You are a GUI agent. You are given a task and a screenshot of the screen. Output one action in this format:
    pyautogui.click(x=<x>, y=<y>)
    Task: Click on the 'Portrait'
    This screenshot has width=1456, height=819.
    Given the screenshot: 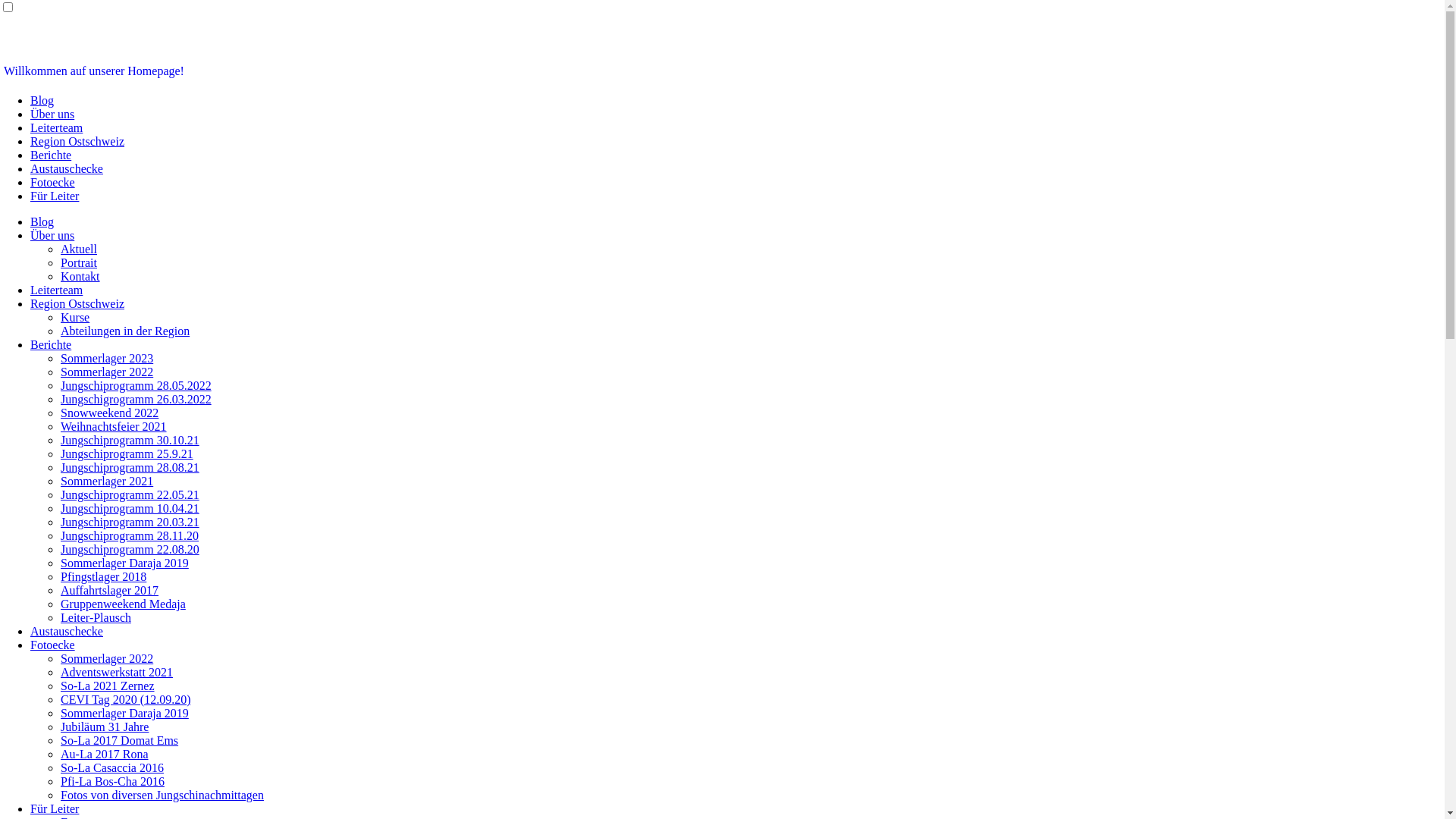 What is the action you would take?
    pyautogui.click(x=78, y=262)
    